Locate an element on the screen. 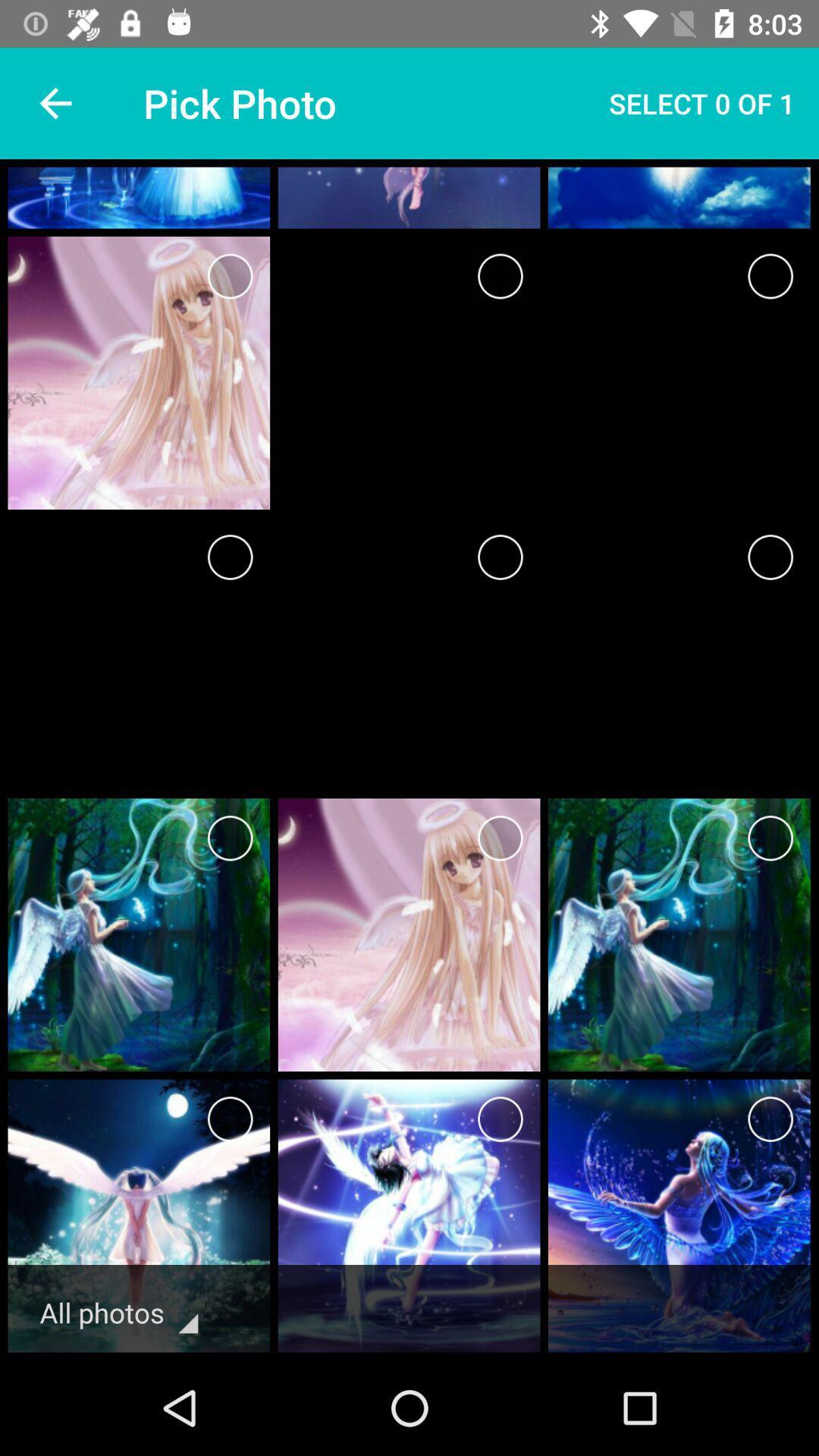 This screenshot has height=1456, width=819. choose the image is located at coordinates (770, 837).